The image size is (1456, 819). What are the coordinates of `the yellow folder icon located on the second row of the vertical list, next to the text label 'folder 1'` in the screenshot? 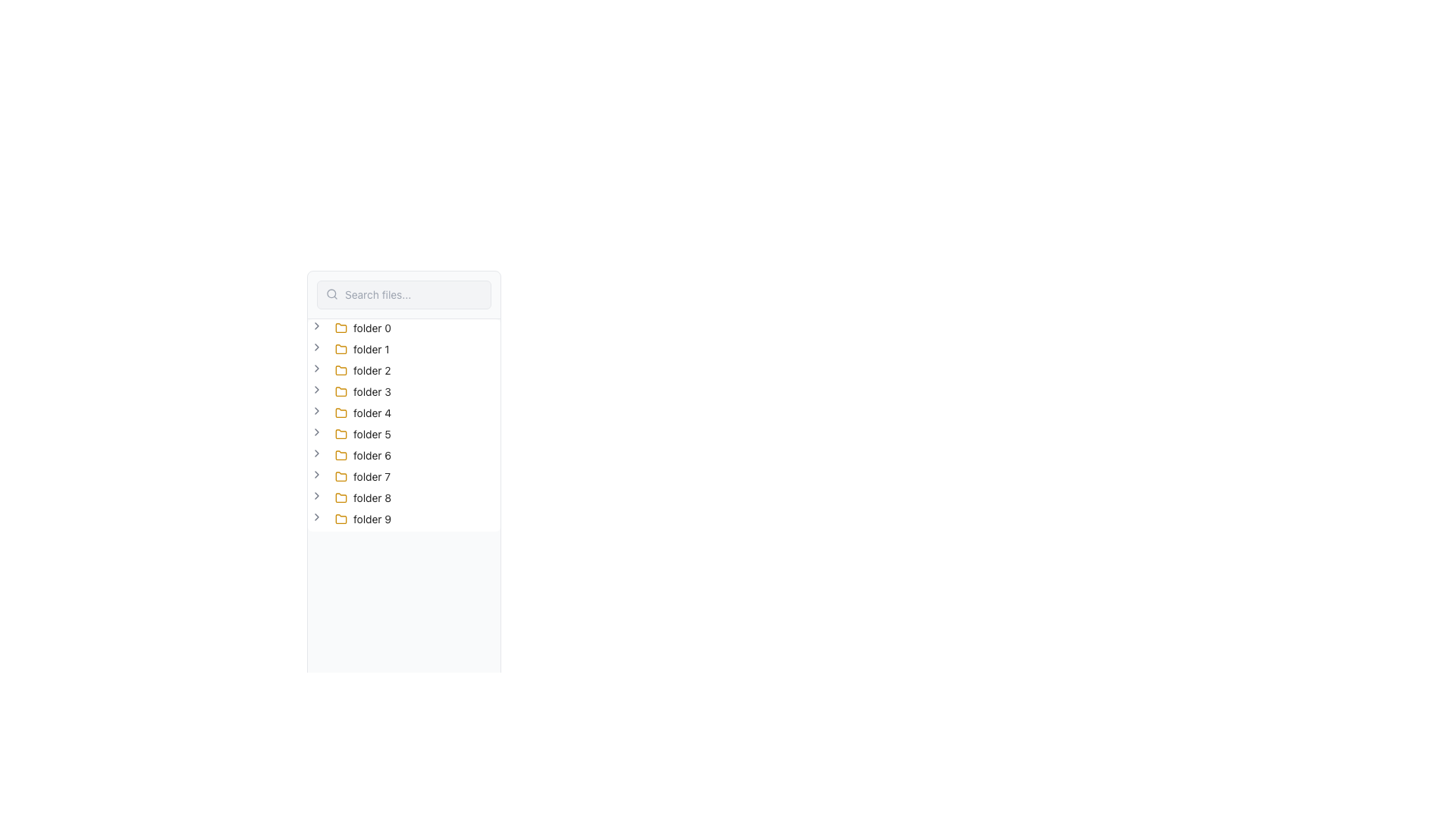 It's located at (340, 350).